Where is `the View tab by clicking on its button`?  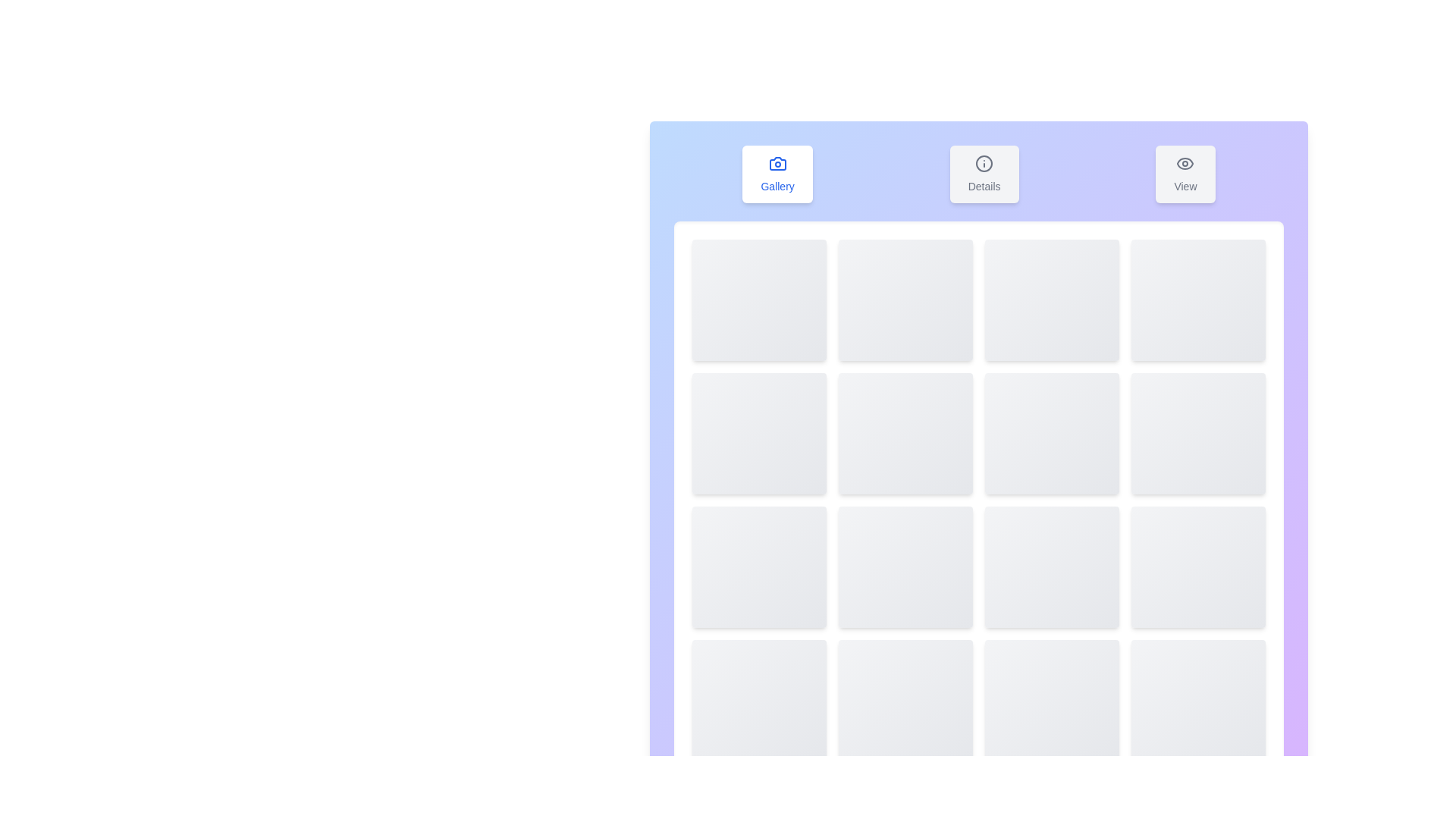
the View tab by clicking on its button is located at coordinates (1185, 174).